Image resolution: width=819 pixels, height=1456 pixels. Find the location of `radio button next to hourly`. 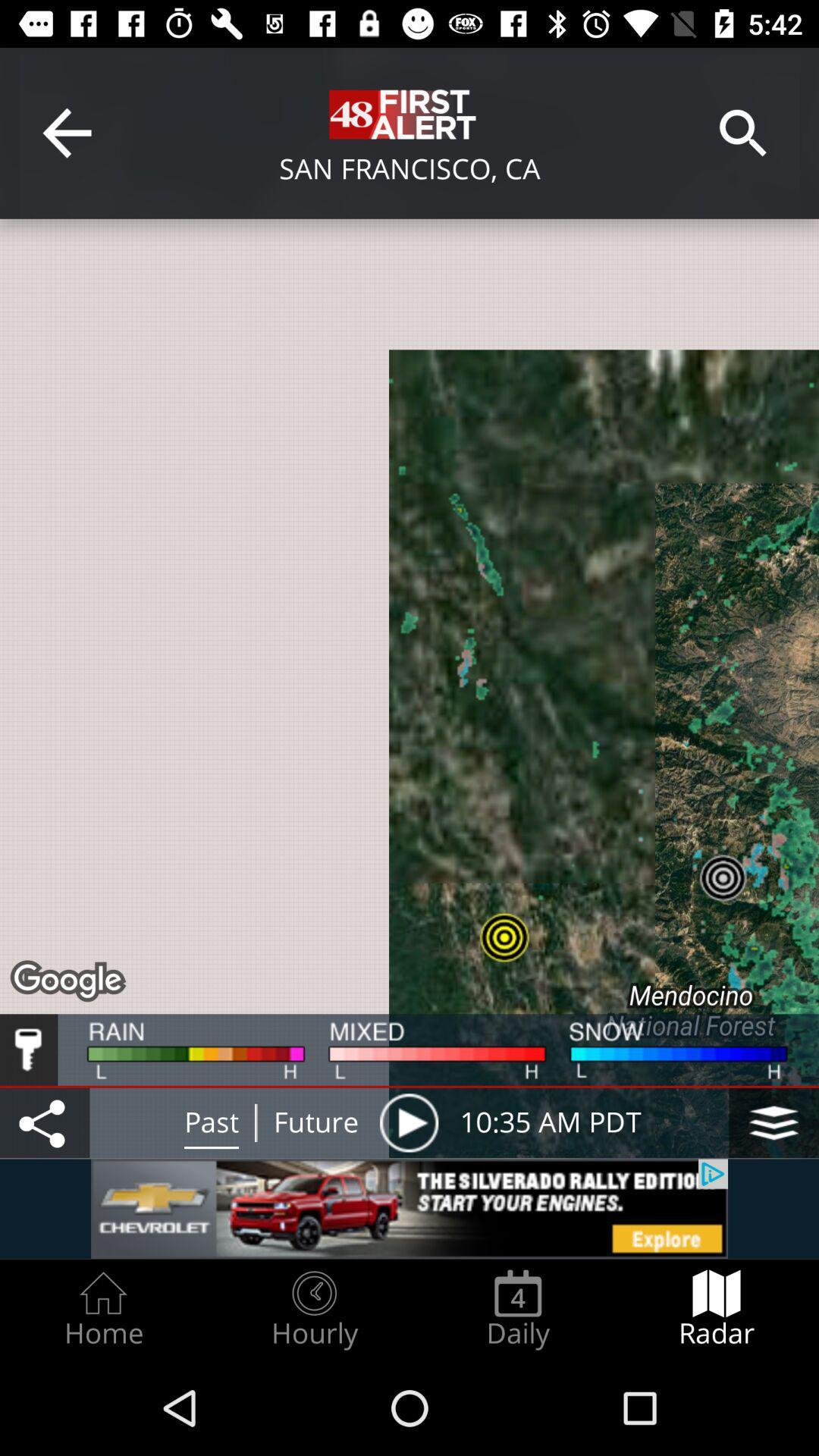

radio button next to hourly is located at coordinates (102, 1309).